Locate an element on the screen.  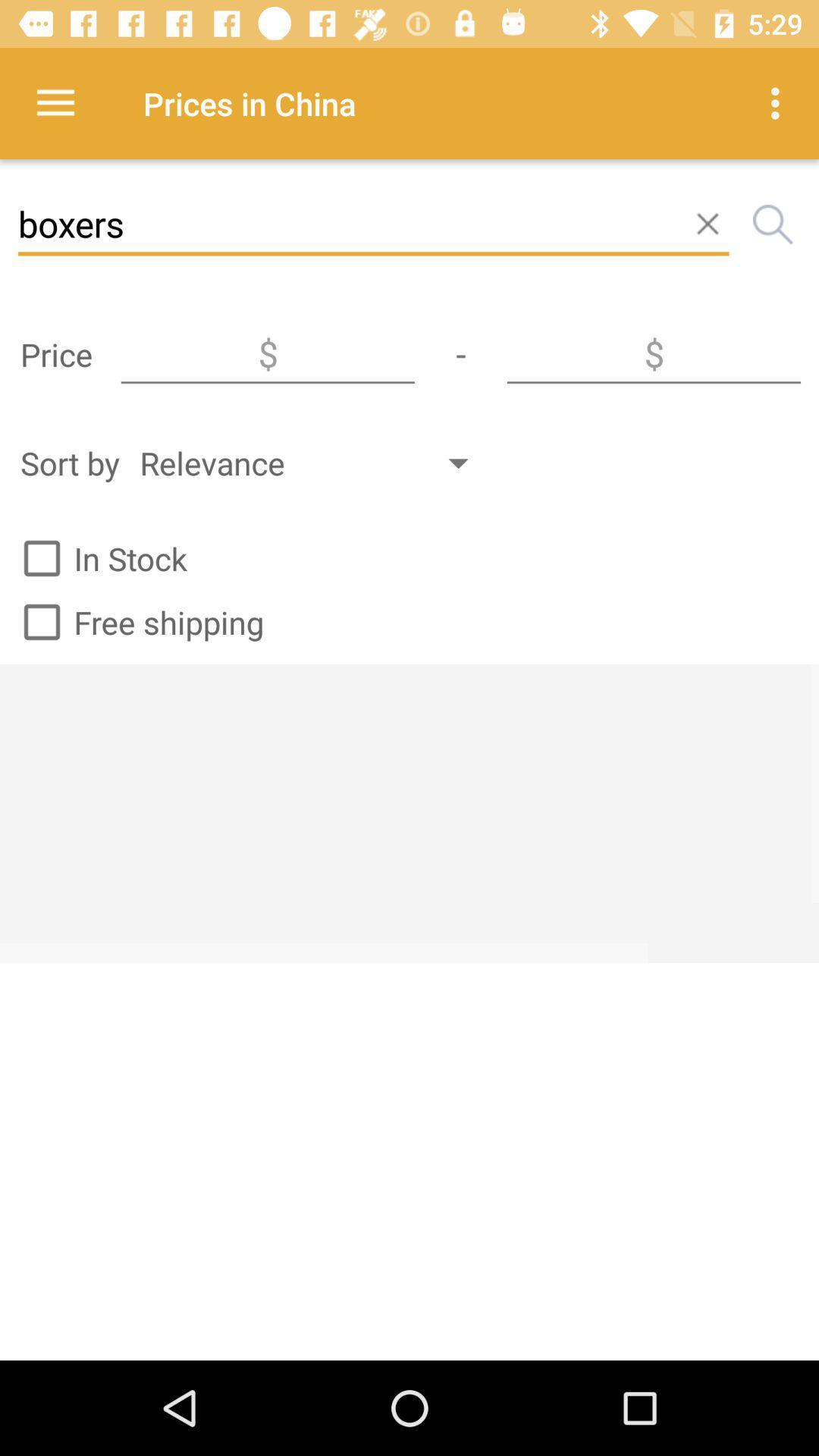
free shipping icon is located at coordinates (136, 622).